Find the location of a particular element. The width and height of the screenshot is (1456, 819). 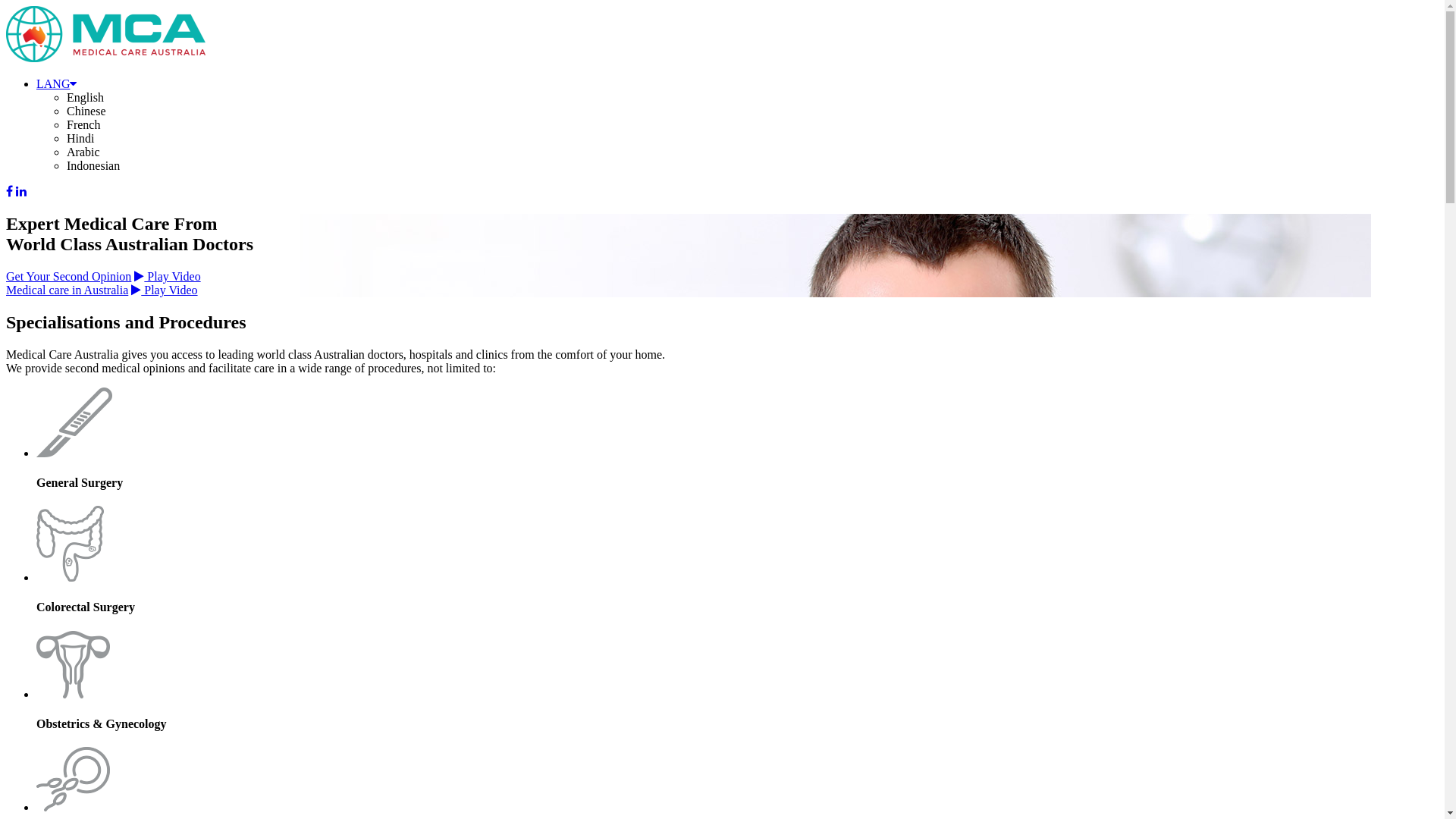

'English' is located at coordinates (65, 97).